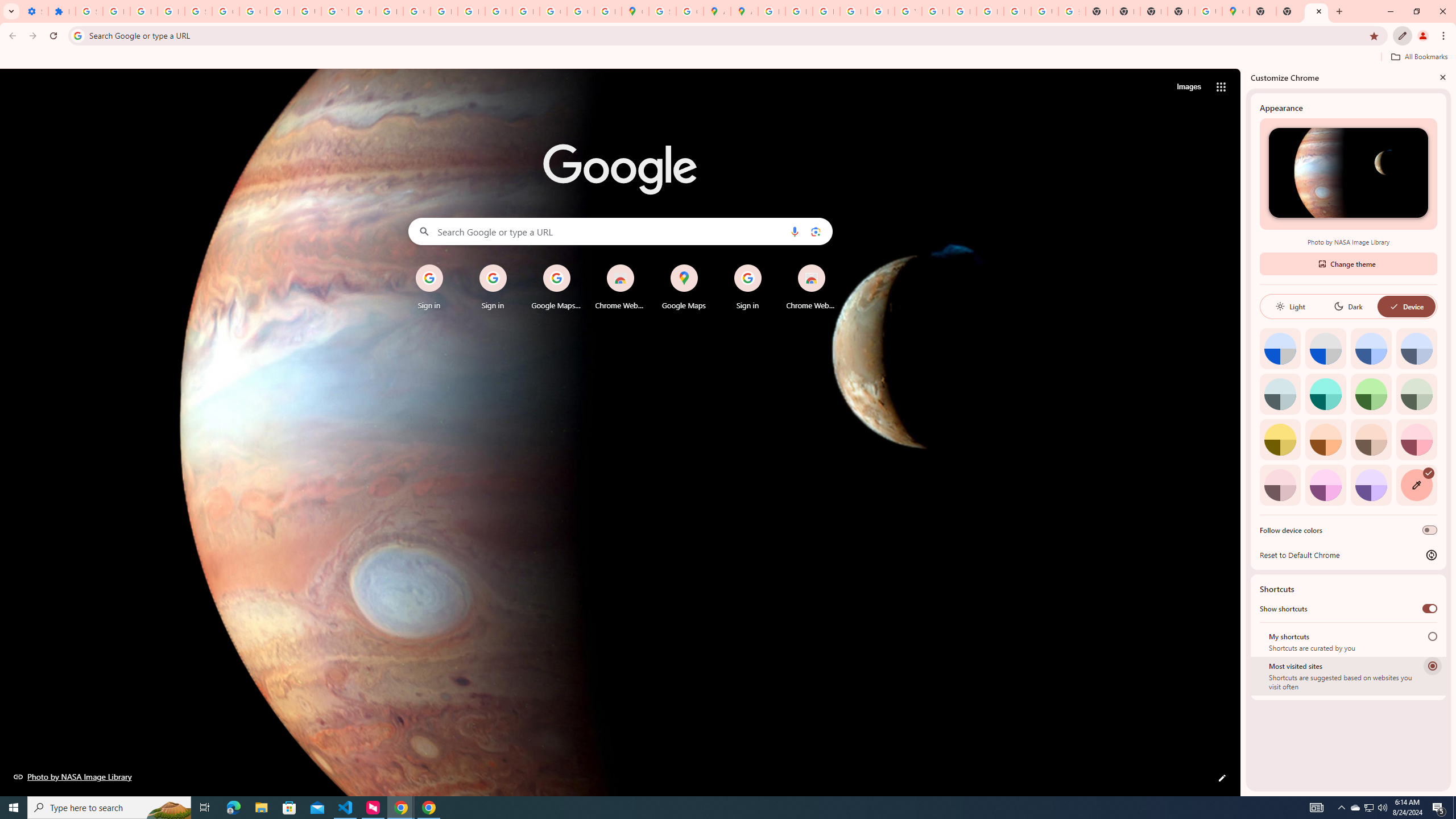  Describe the element at coordinates (1371, 348) in the screenshot. I see `'Blue'` at that location.